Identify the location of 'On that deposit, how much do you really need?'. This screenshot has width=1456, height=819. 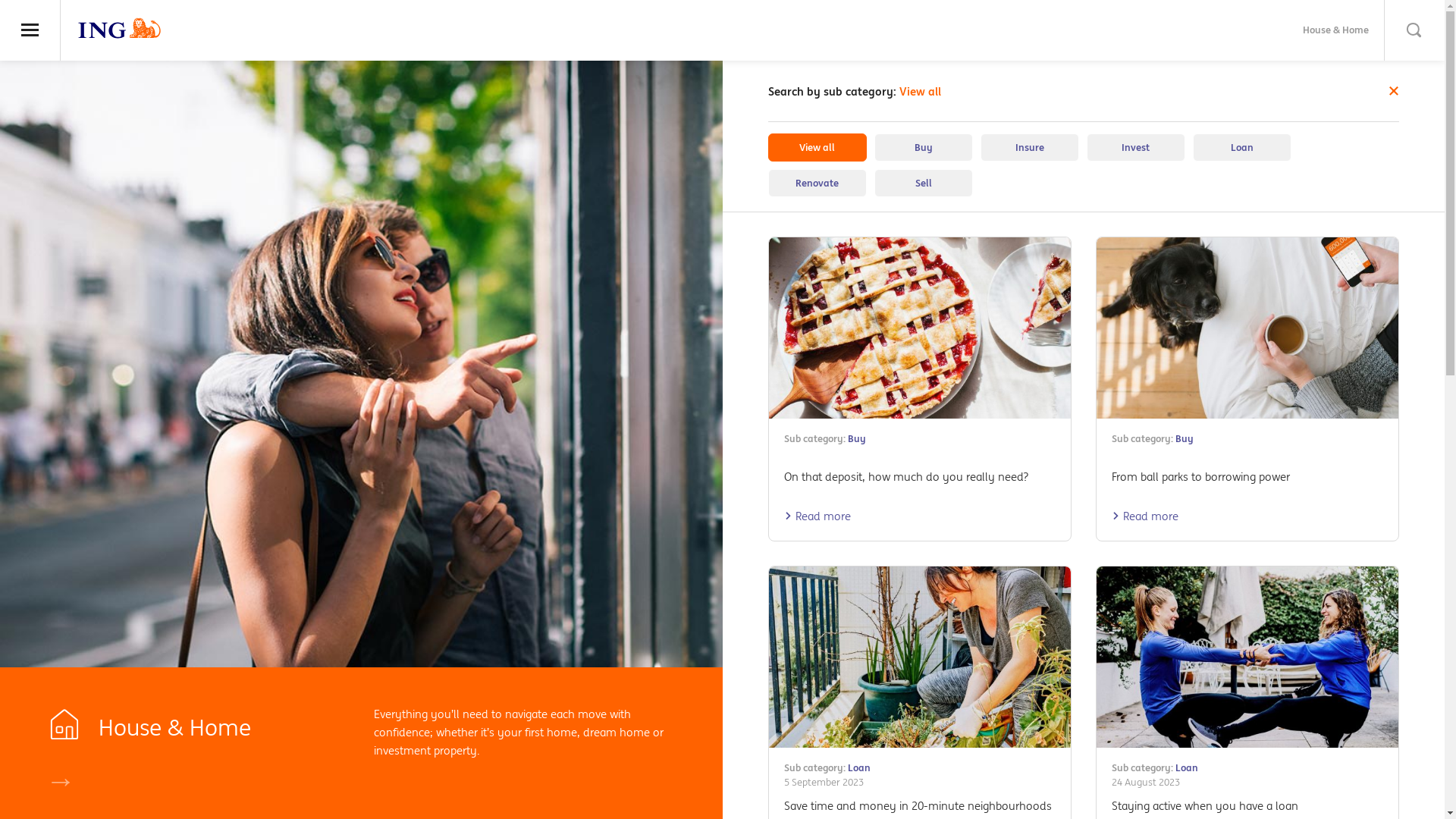
(906, 475).